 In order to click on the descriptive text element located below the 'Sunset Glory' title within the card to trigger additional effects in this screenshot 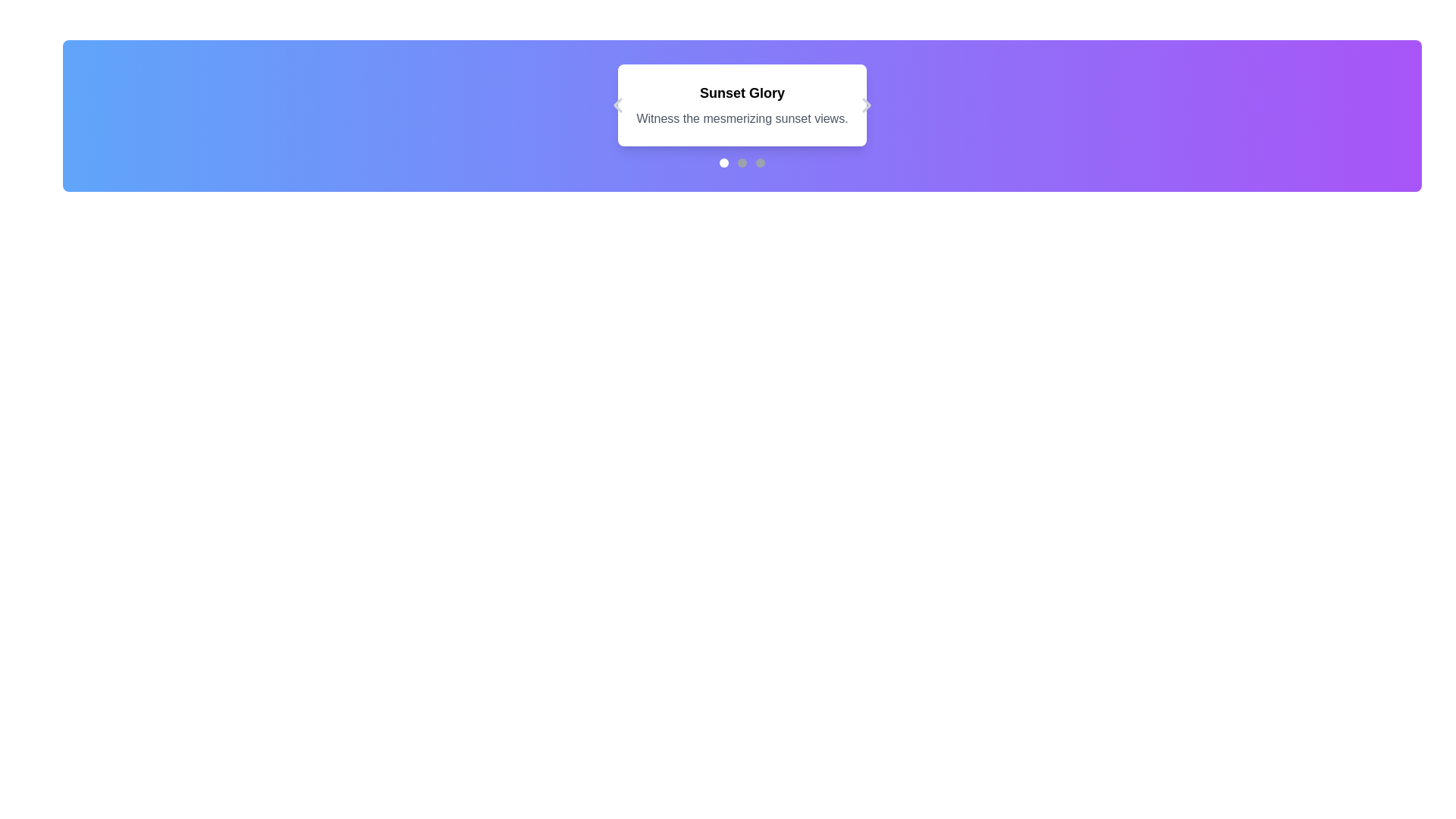, I will do `click(742, 118)`.